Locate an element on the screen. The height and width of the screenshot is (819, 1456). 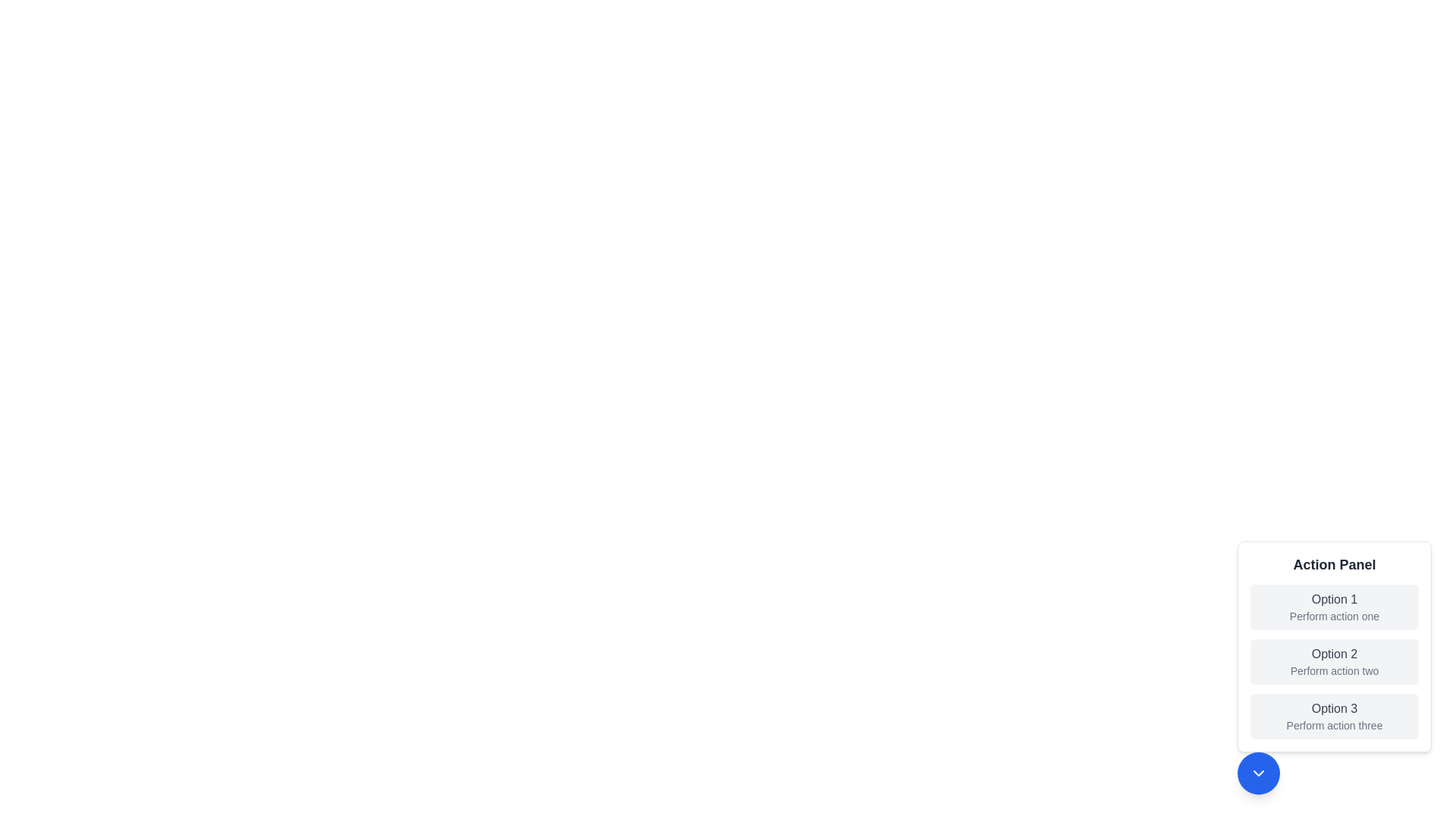
the button labeled 'Option 2' which represents the action 'Perform action two' is located at coordinates (1335, 661).